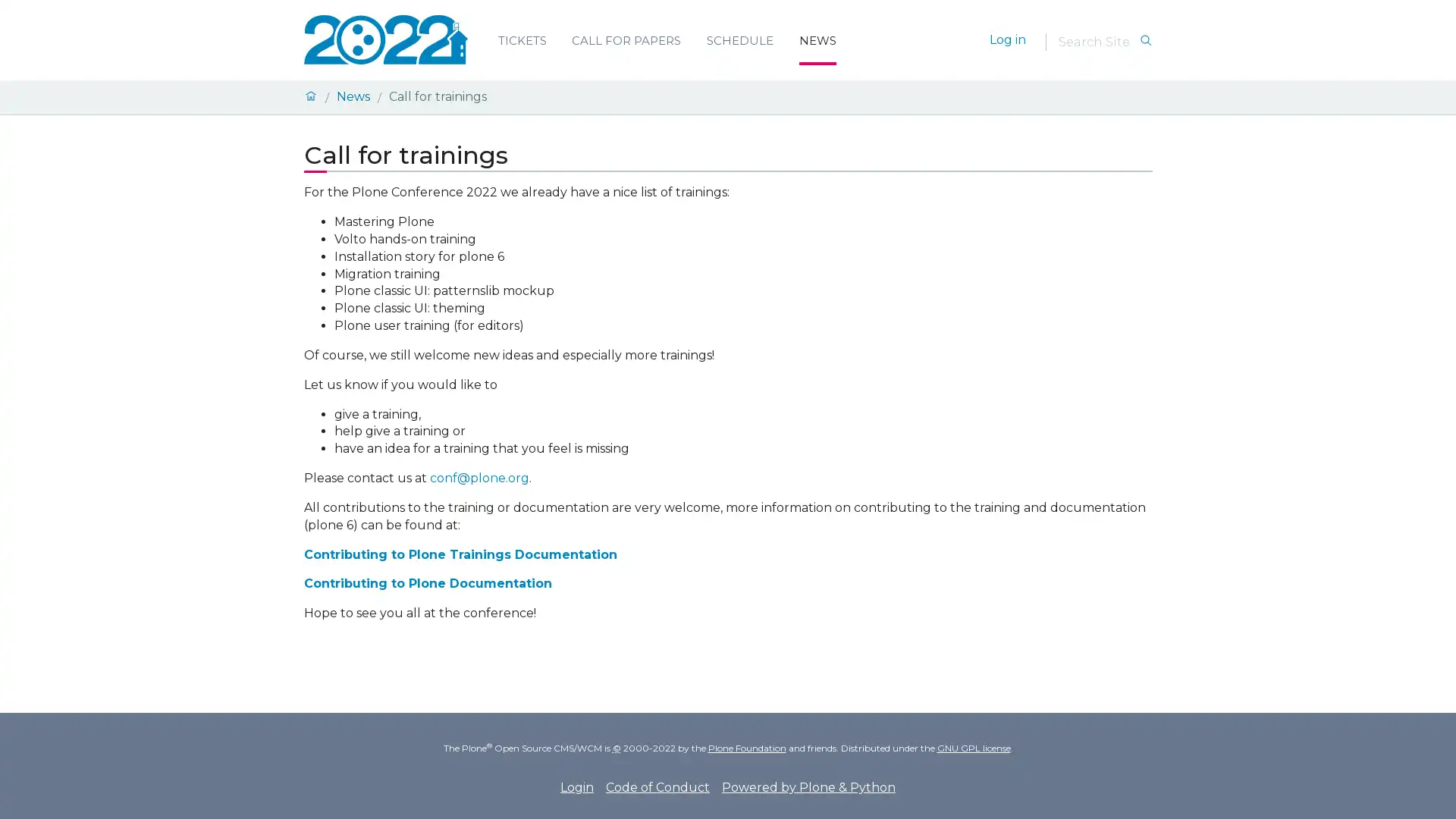 The width and height of the screenshot is (1456, 819). What do you see at coordinates (1145, 40) in the screenshot?
I see `Search` at bounding box center [1145, 40].